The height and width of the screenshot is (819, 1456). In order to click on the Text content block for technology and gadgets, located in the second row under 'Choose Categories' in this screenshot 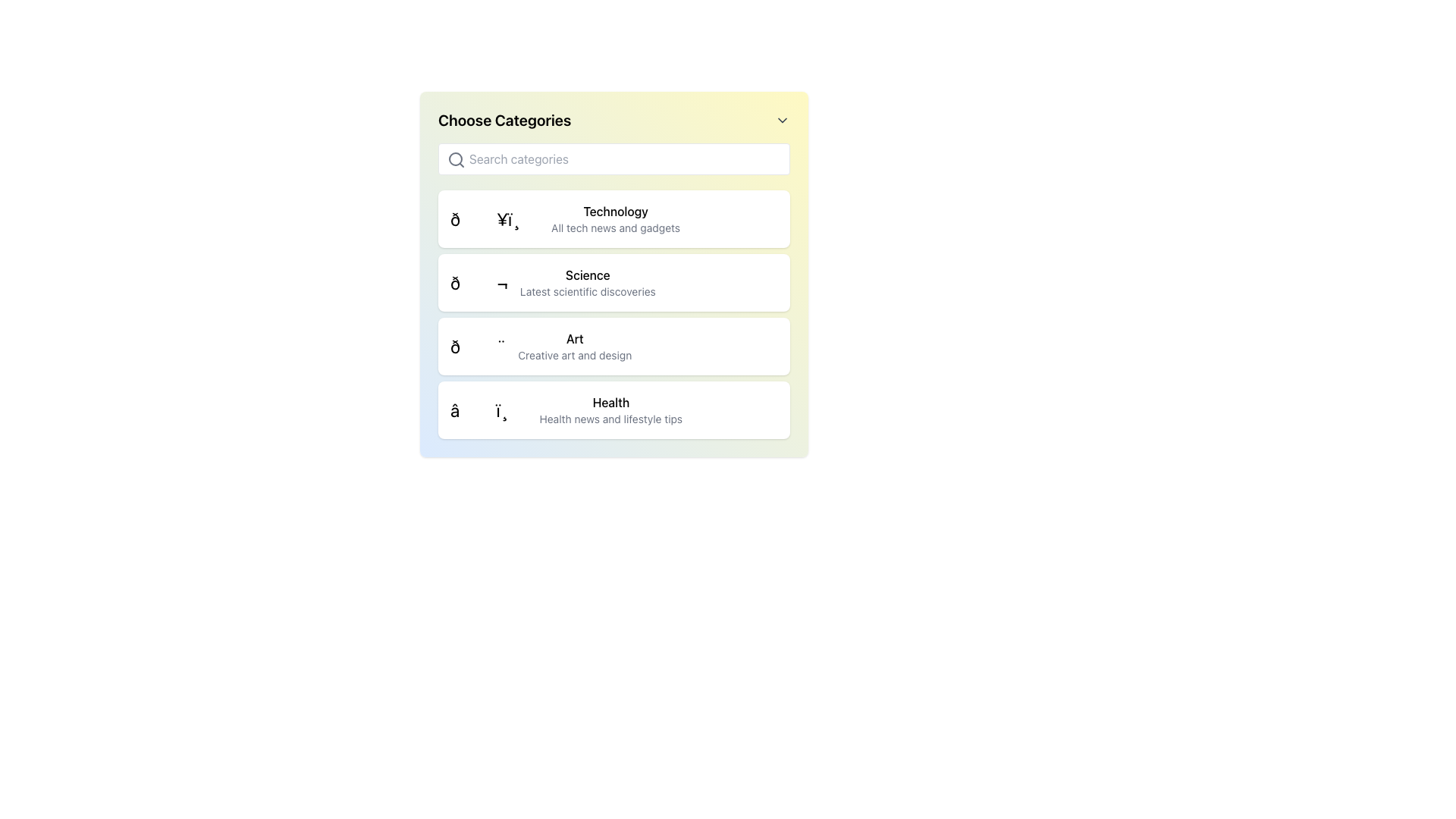, I will do `click(616, 219)`.